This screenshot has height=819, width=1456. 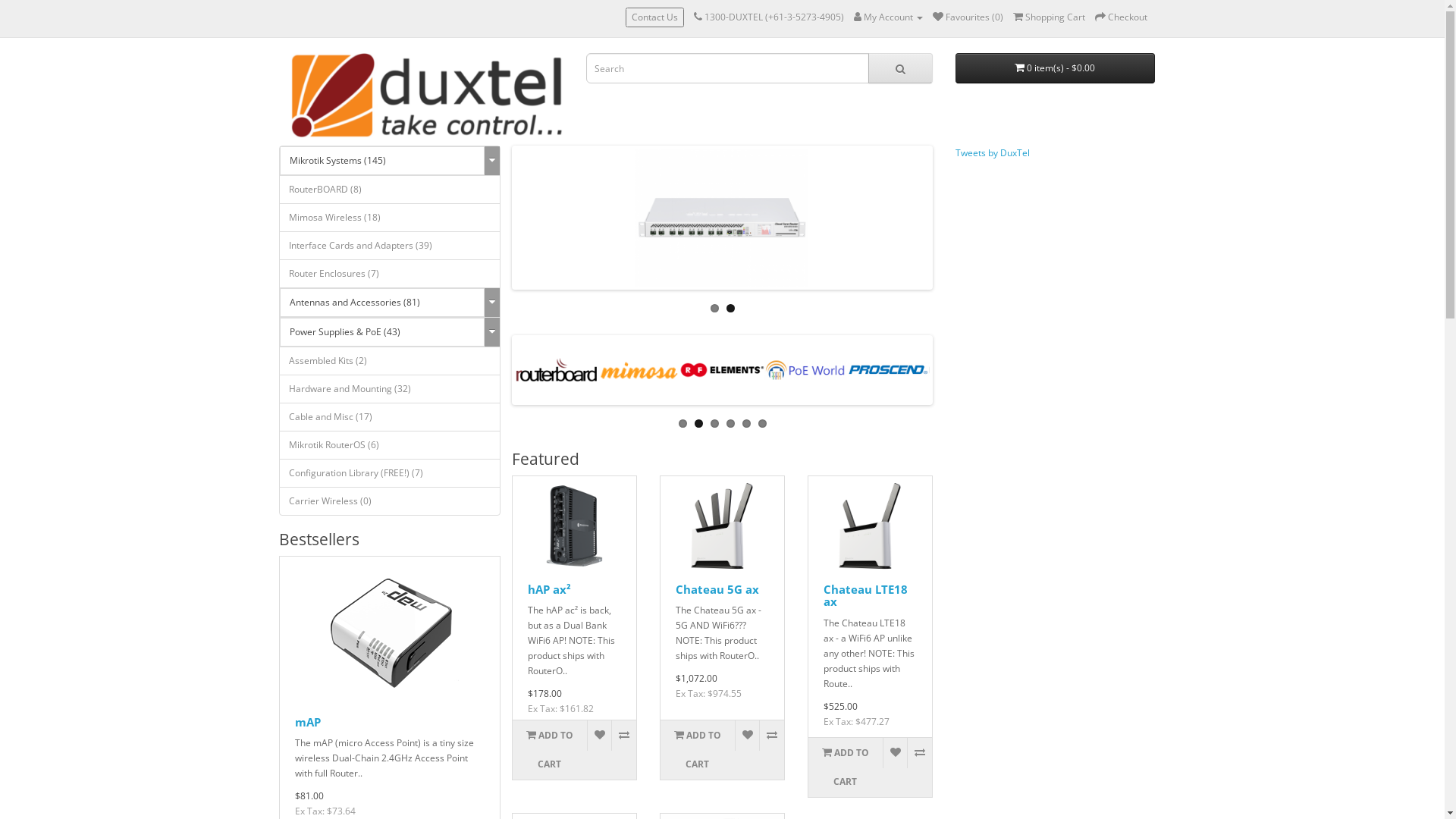 What do you see at coordinates (425, 96) in the screenshot?
I see `'DuxTel Online Store'` at bounding box center [425, 96].